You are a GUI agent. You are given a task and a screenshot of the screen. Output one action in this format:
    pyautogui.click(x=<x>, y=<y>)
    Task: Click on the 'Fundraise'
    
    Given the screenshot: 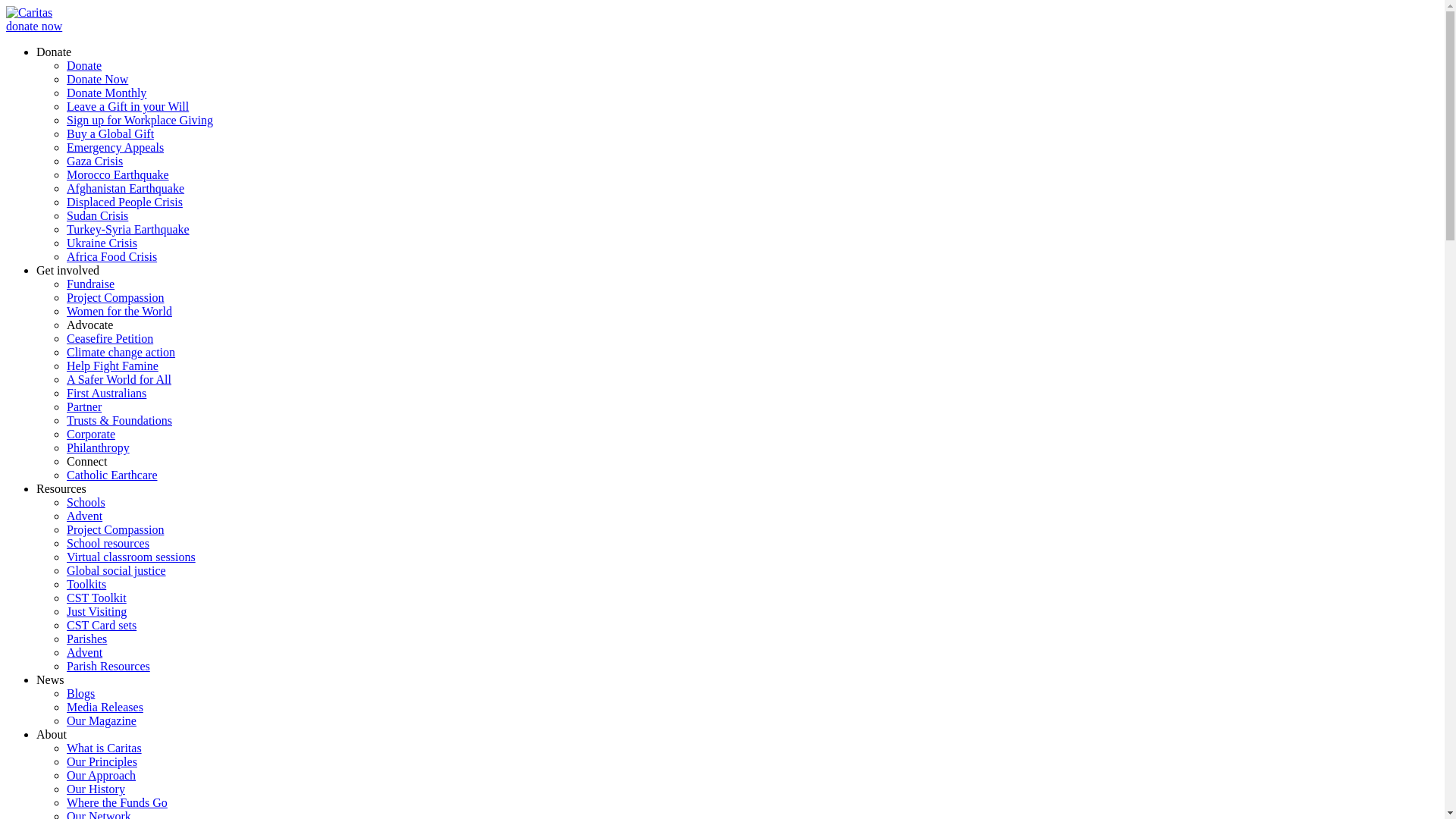 What is the action you would take?
    pyautogui.click(x=89, y=284)
    